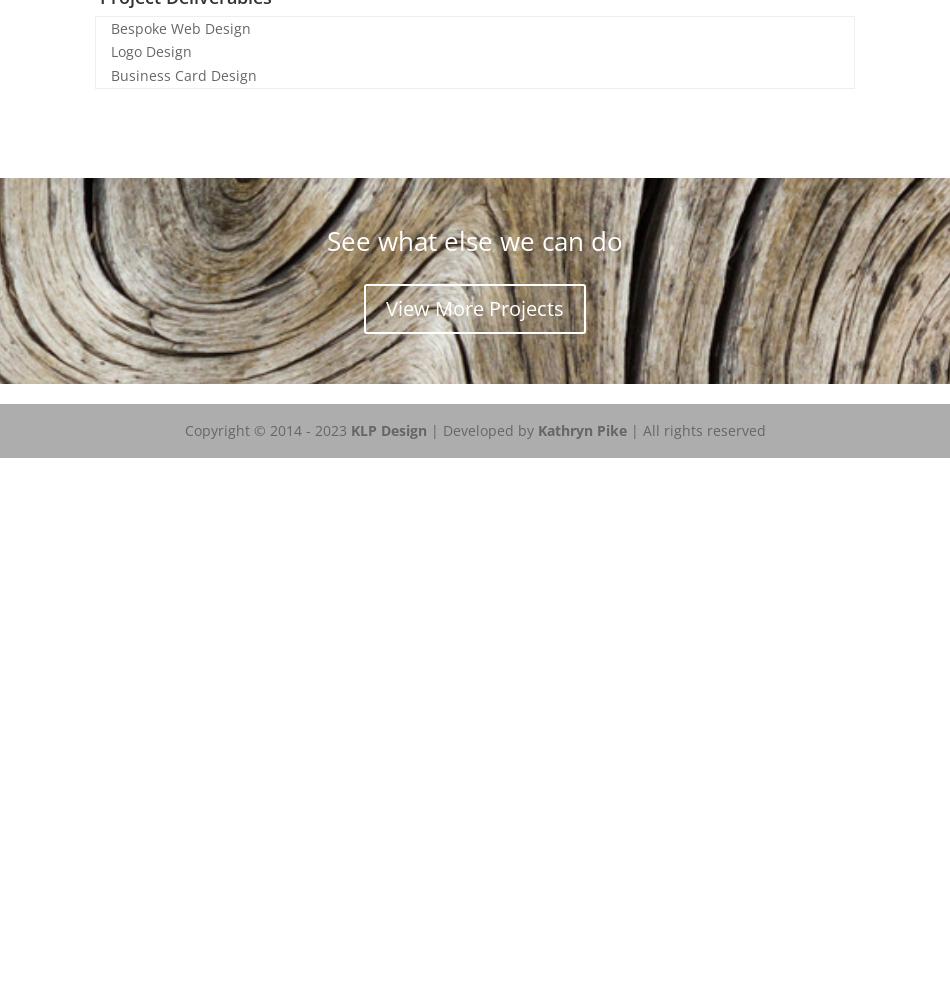  What do you see at coordinates (348, 429) in the screenshot?
I see `'KLP Design'` at bounding box center [348, 429].